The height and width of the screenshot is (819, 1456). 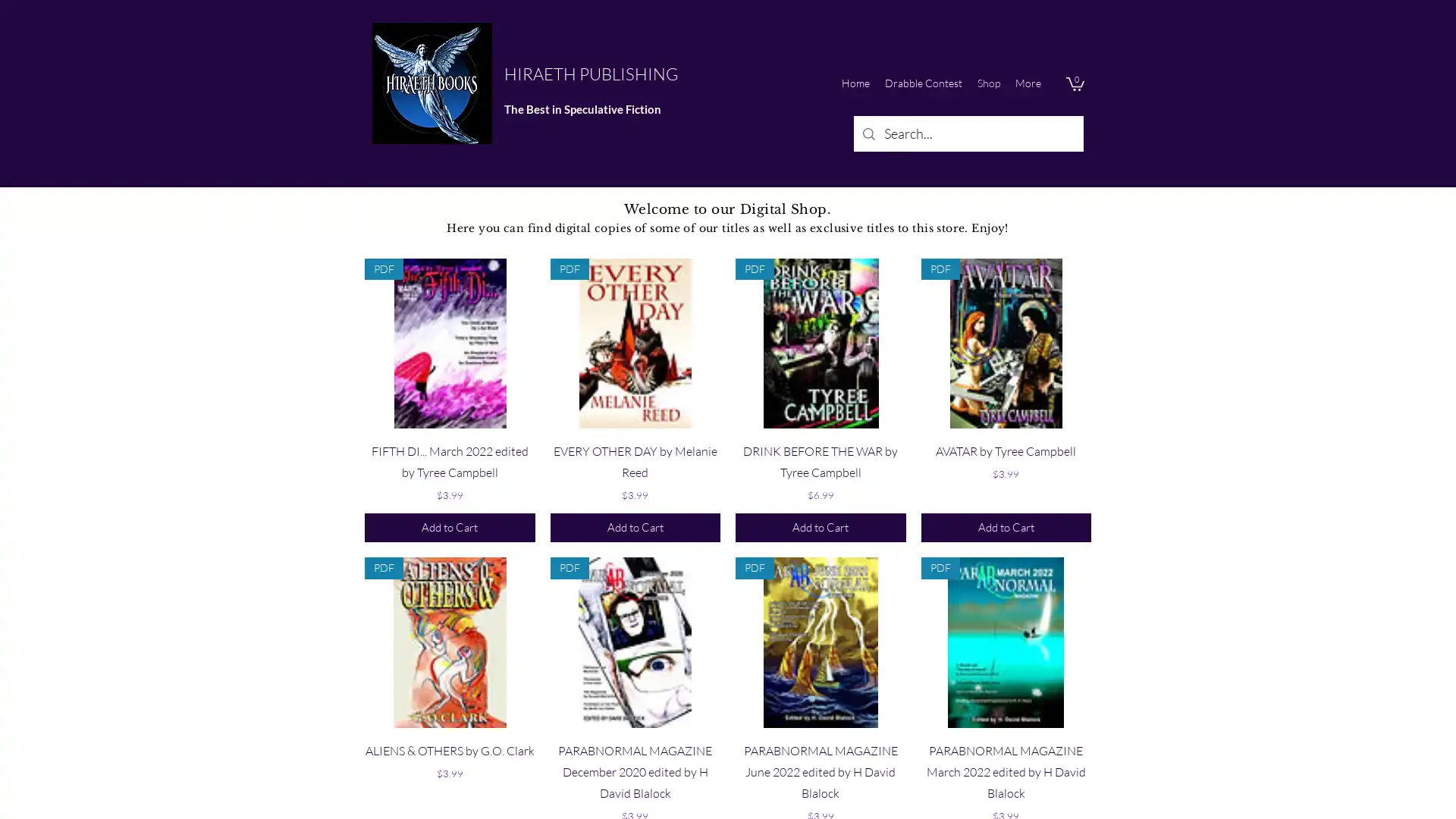 What do you see at coordinates (449, 745) in the screenshot?
I see `Quick View` at bounding box center [449, 745].